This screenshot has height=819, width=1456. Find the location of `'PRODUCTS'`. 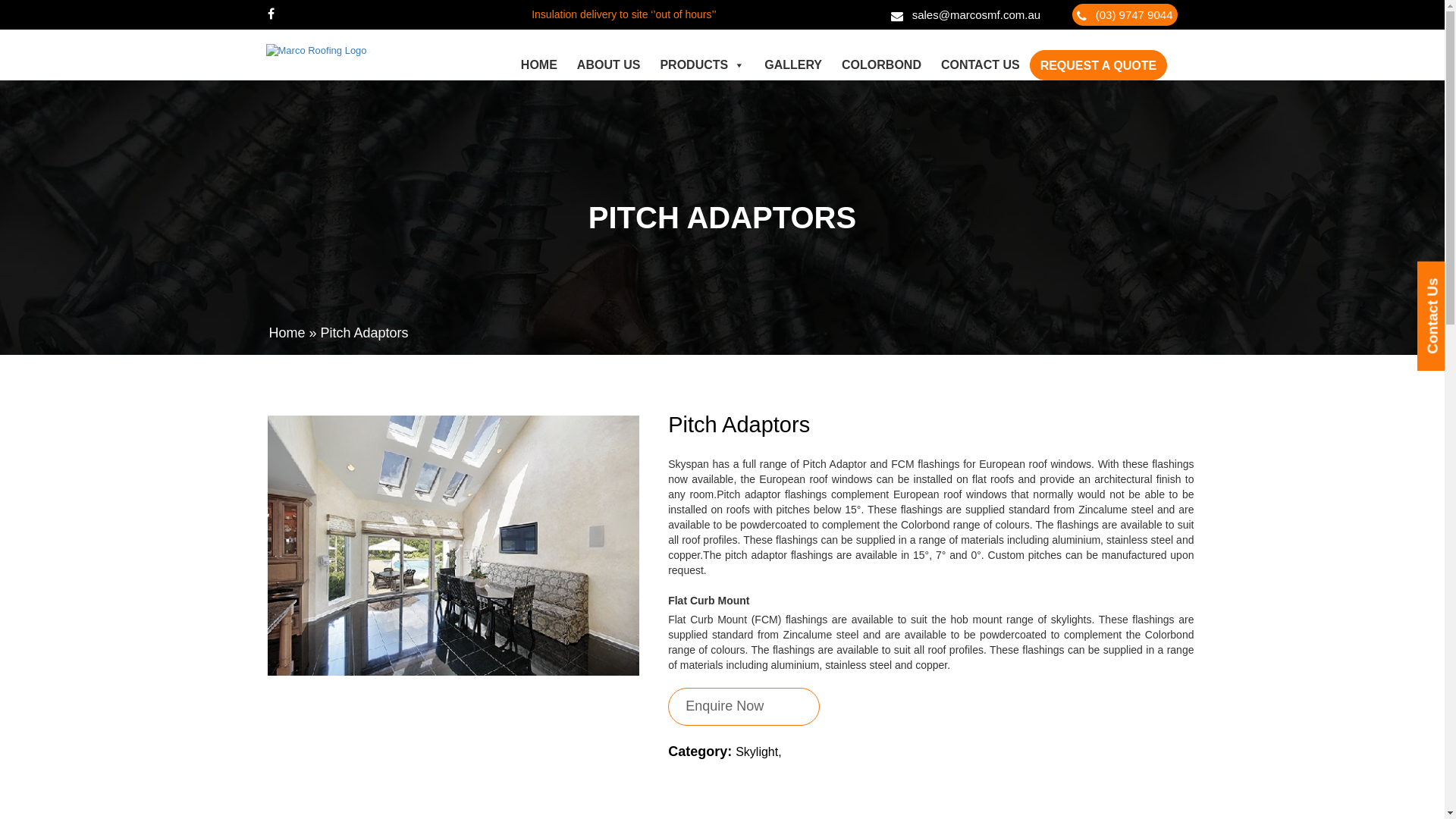

'PRODUCTS' is located at coordinates (701, 64).